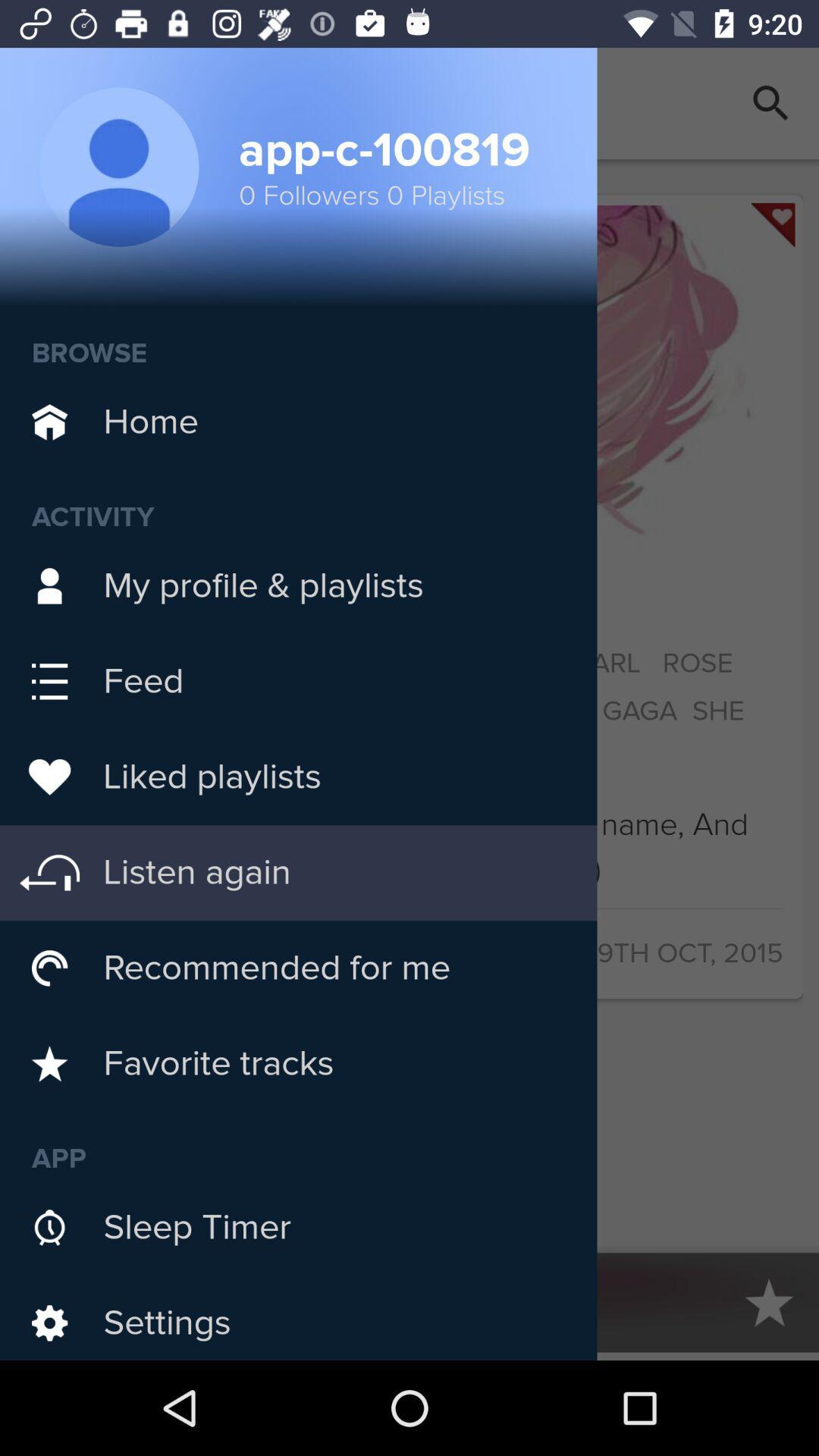 The image size is (819, 1456). Describe the element at coordinates (49, 1301) in the screenshot. I see `the settings icon` at that location.